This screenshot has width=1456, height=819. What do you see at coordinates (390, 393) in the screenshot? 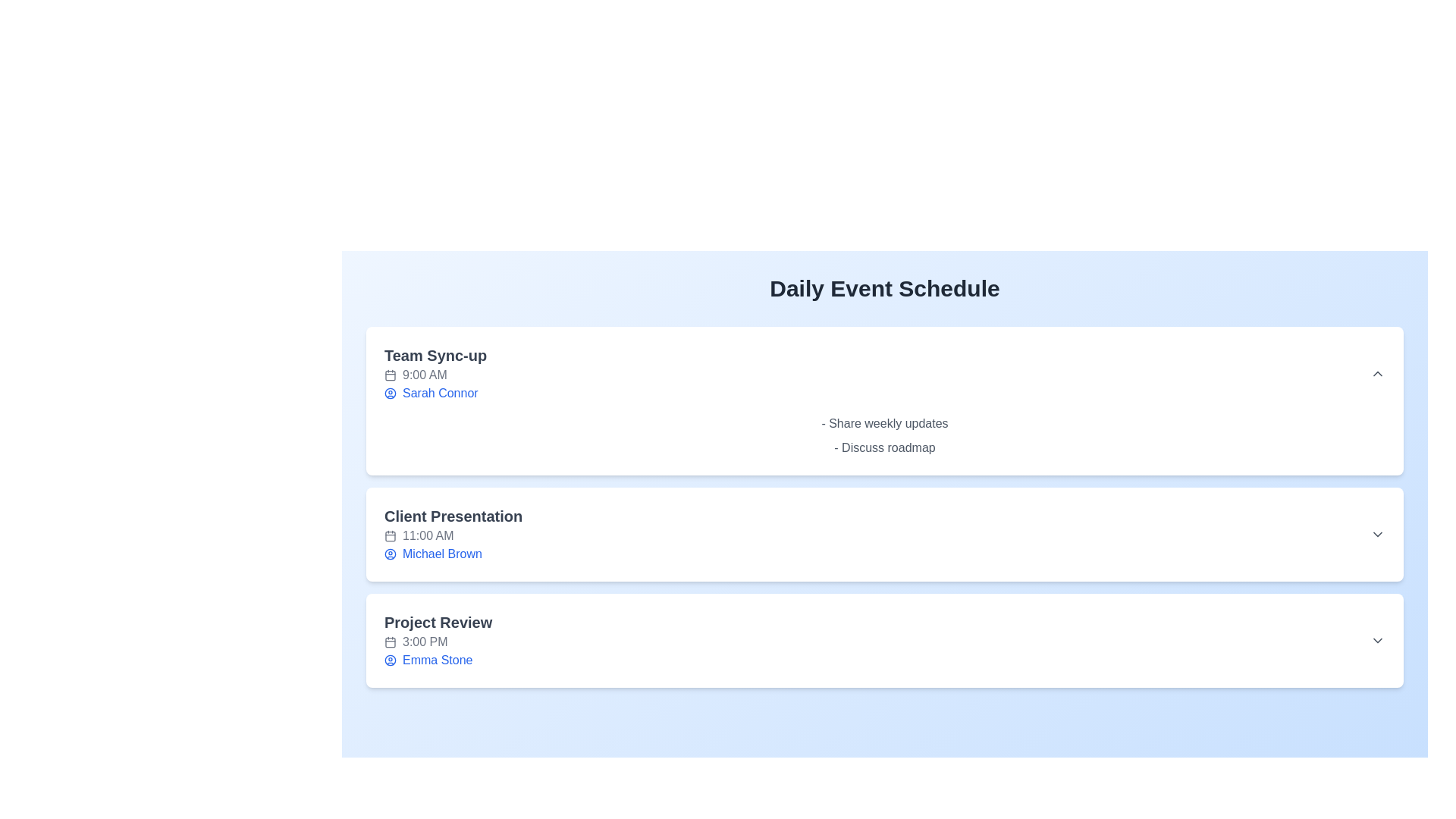
I see `the outermost circular outline of the SVG graphic in the 'Team Sync-up' event card` at bounding box center [390, 393].